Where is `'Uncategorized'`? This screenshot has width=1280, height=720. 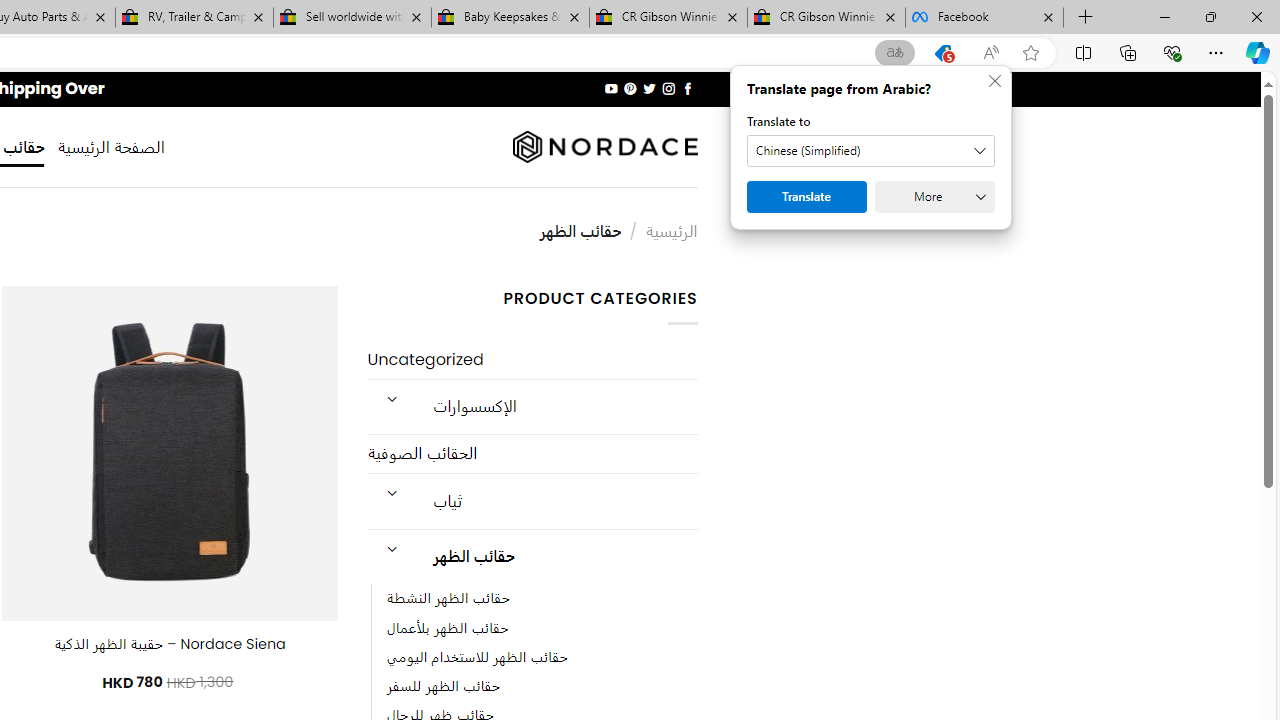
'Uncategorized' is located at coordinates (532, 360).